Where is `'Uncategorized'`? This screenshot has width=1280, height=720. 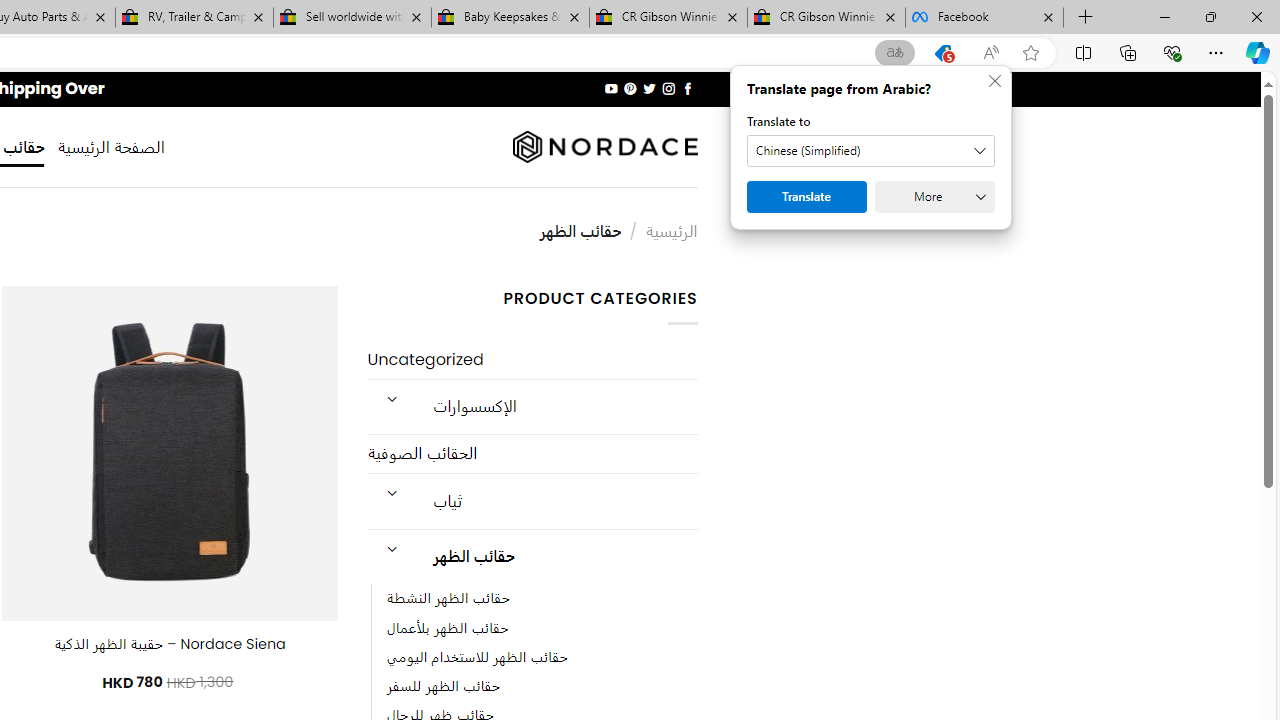
'Uncategorized' is located at coordinates (532, 360).